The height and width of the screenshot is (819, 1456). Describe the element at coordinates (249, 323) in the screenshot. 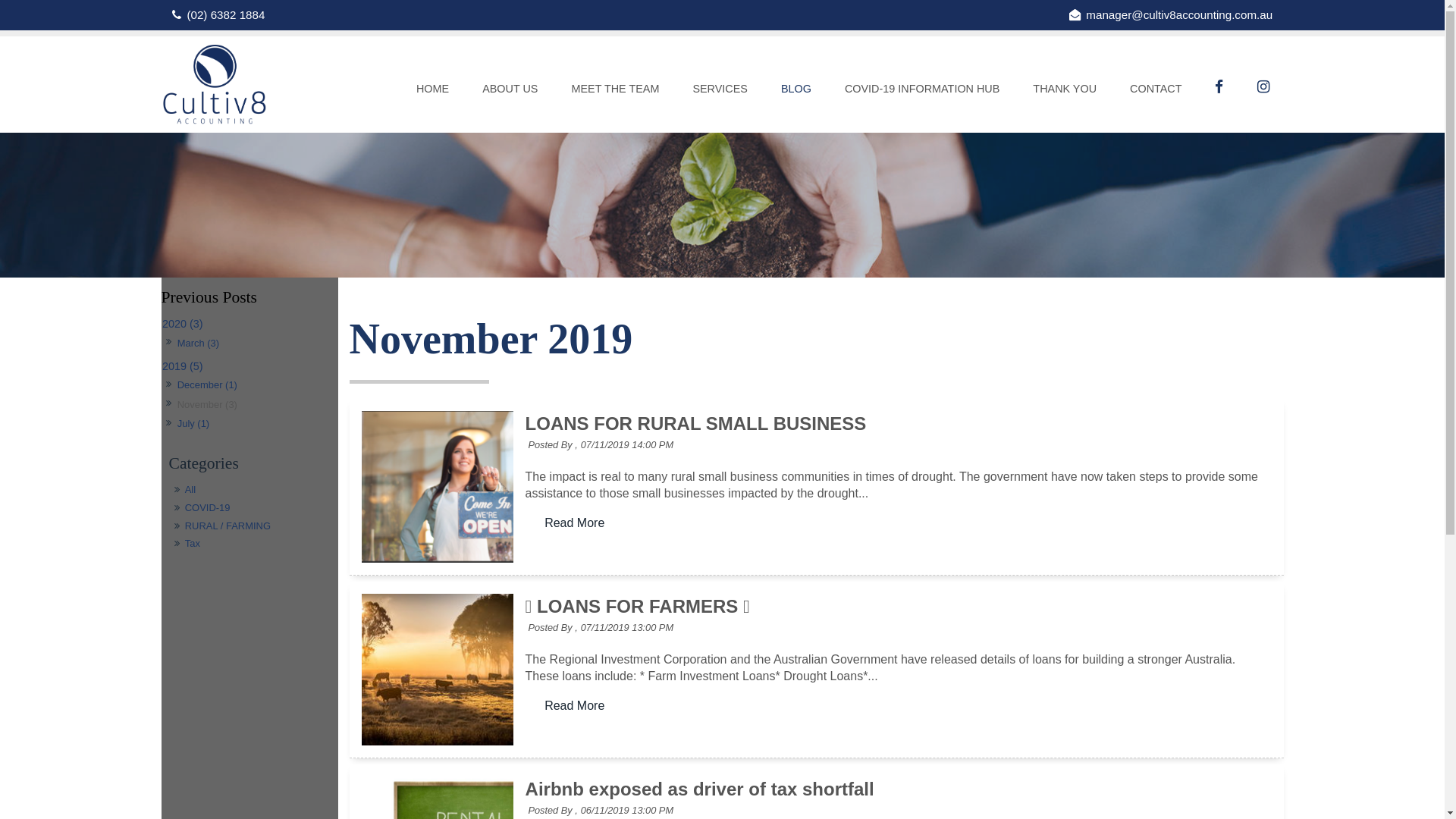

I see `'2020 (3)'` at that location.